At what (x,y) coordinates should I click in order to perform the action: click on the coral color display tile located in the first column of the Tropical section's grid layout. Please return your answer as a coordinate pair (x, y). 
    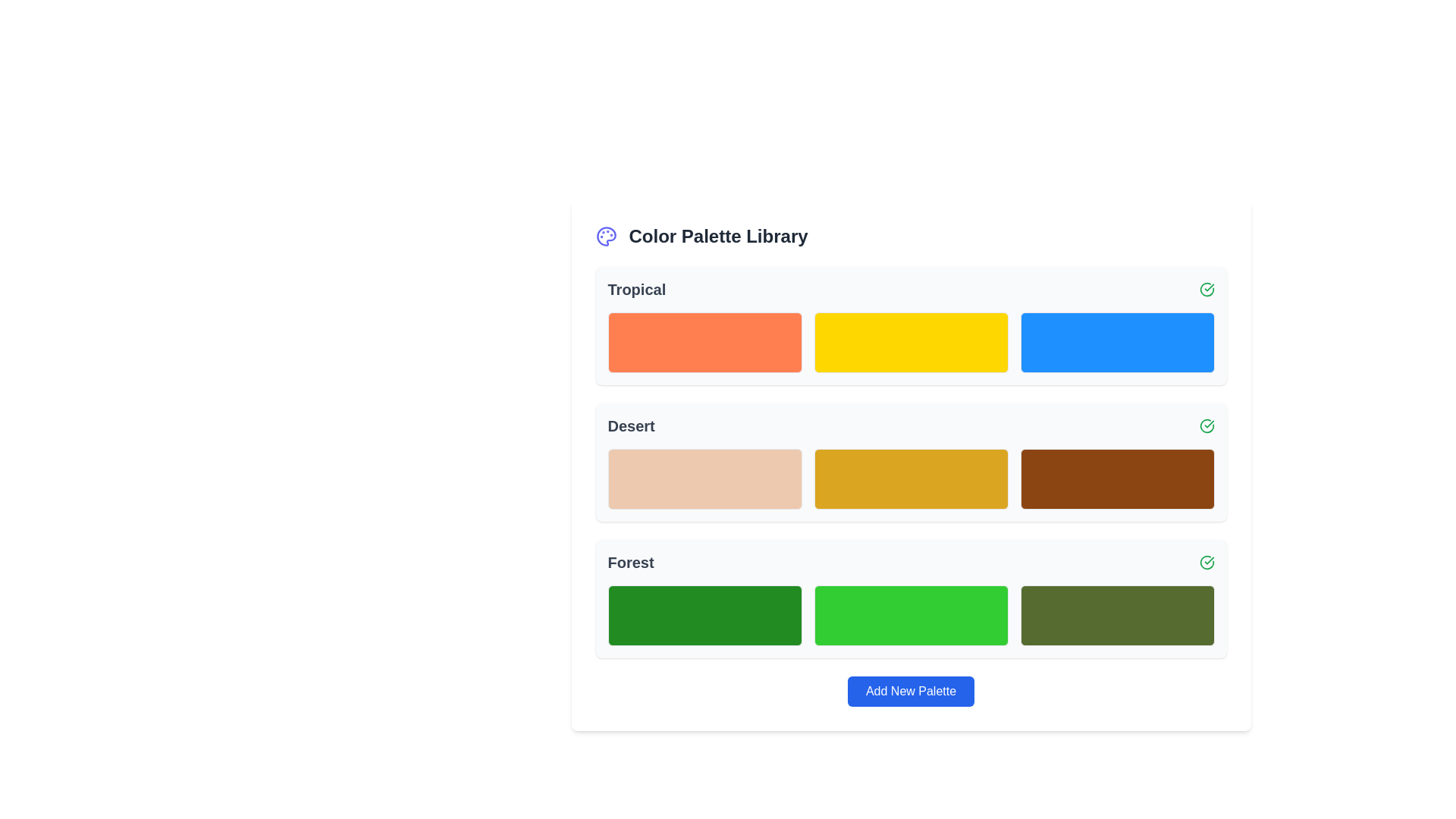
    Looking at the image, I should click on (704, 342).